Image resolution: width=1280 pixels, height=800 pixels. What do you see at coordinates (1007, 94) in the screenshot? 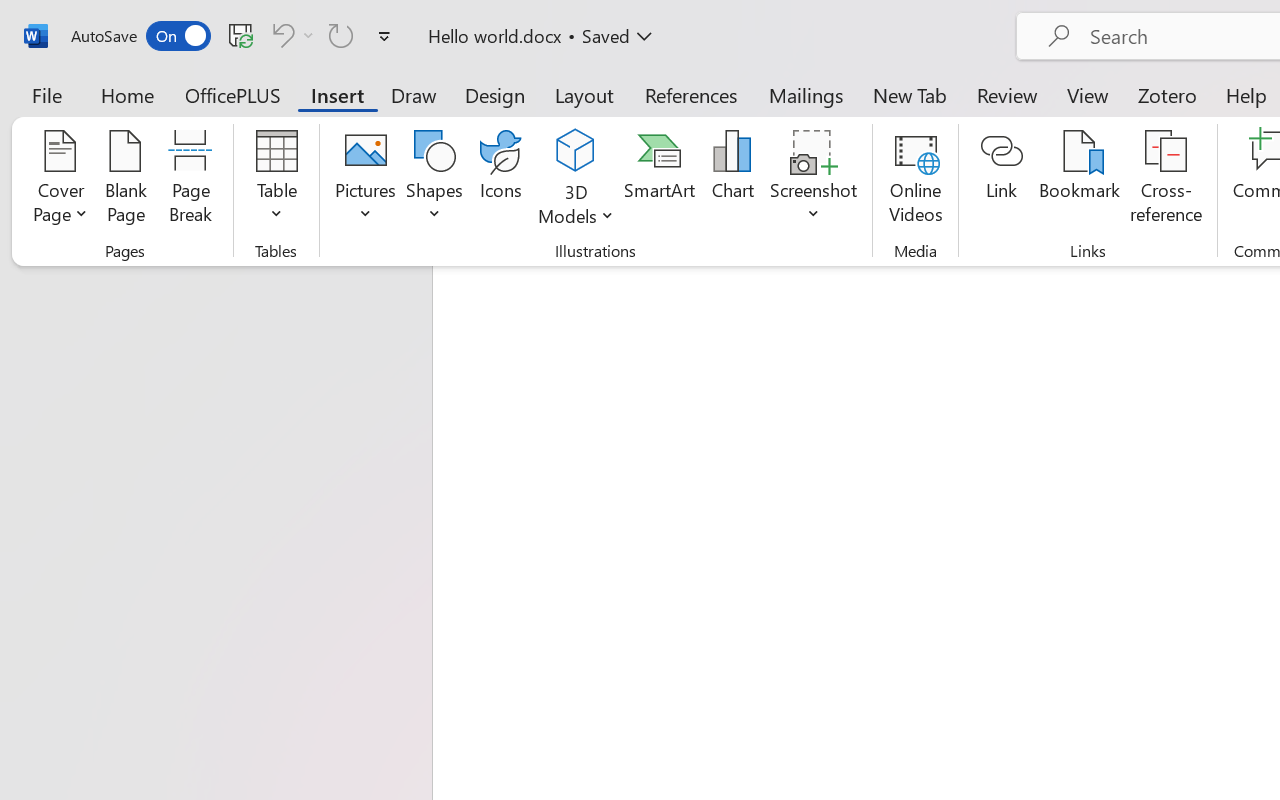
I see `'Review'` at bounding box center [1007, 94].